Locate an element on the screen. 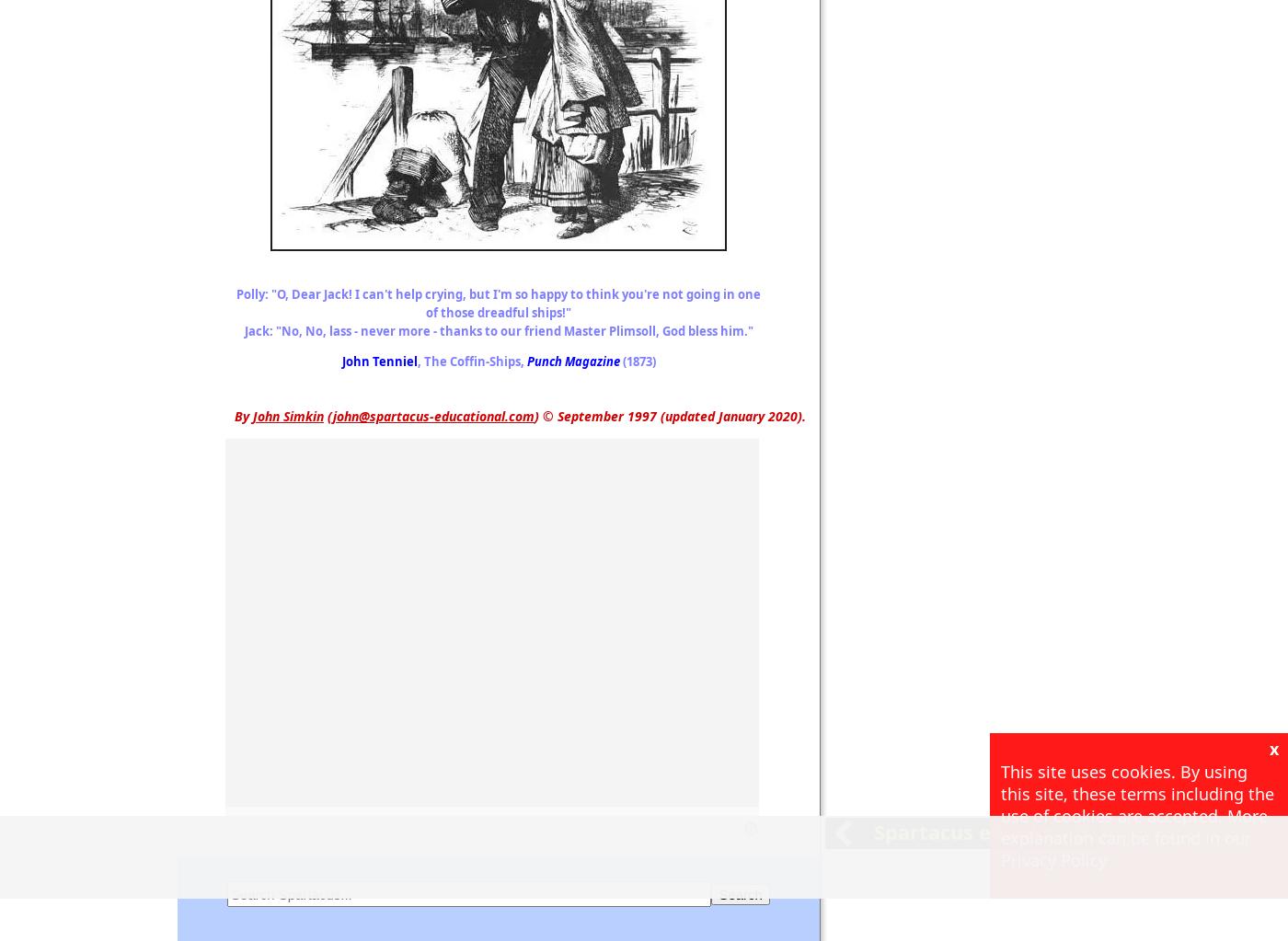 Image resolution: width=1288 pixels, height=941 pixels. 'This site uses cookies. By using this site, these terms including the use of cookies are accepted. More explanation can be found in our Privacy Policy' is located at coordinates (1137, 816).